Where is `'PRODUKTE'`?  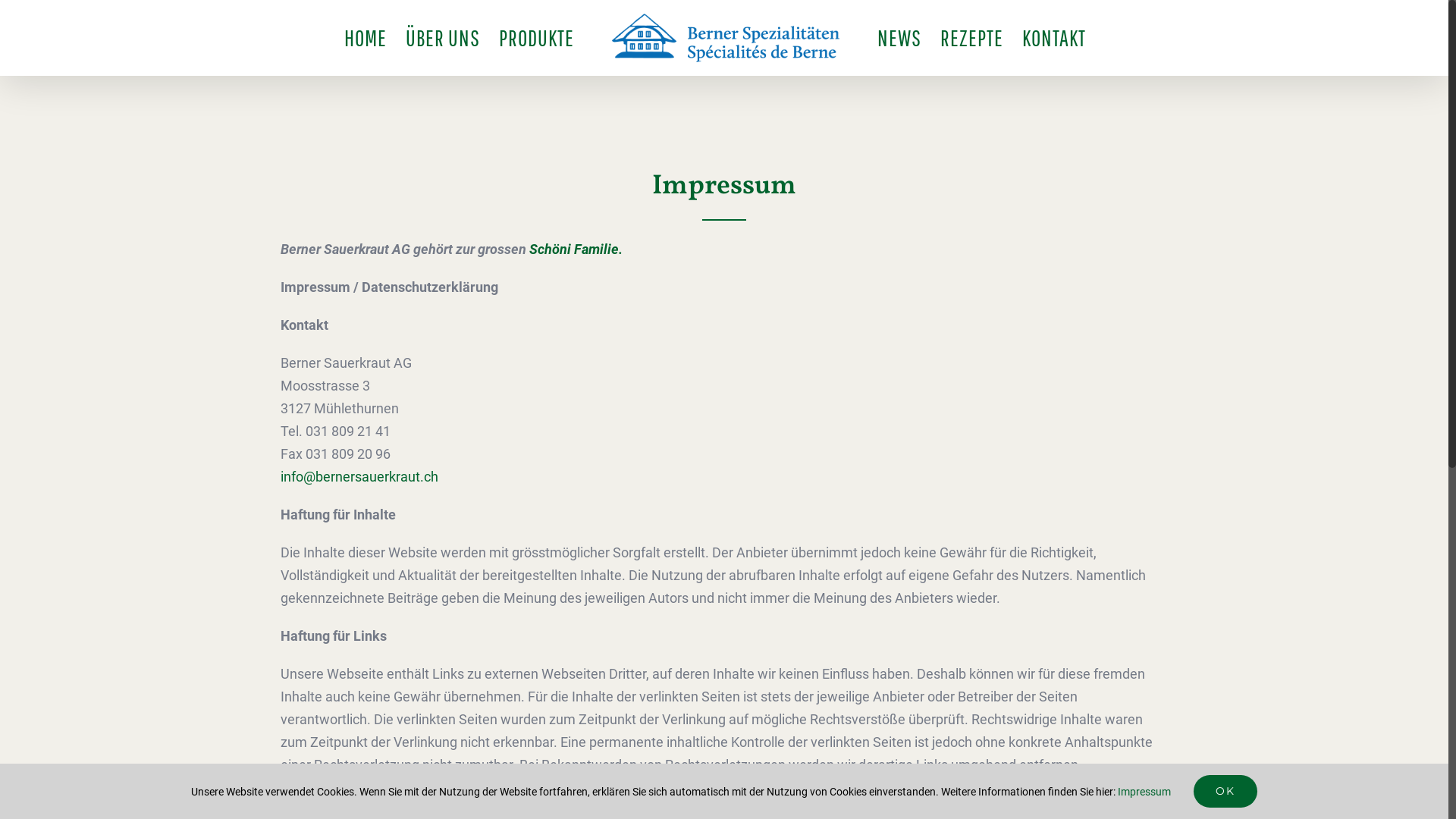
'PRODUKTE' is located at coordinates (536, 37).